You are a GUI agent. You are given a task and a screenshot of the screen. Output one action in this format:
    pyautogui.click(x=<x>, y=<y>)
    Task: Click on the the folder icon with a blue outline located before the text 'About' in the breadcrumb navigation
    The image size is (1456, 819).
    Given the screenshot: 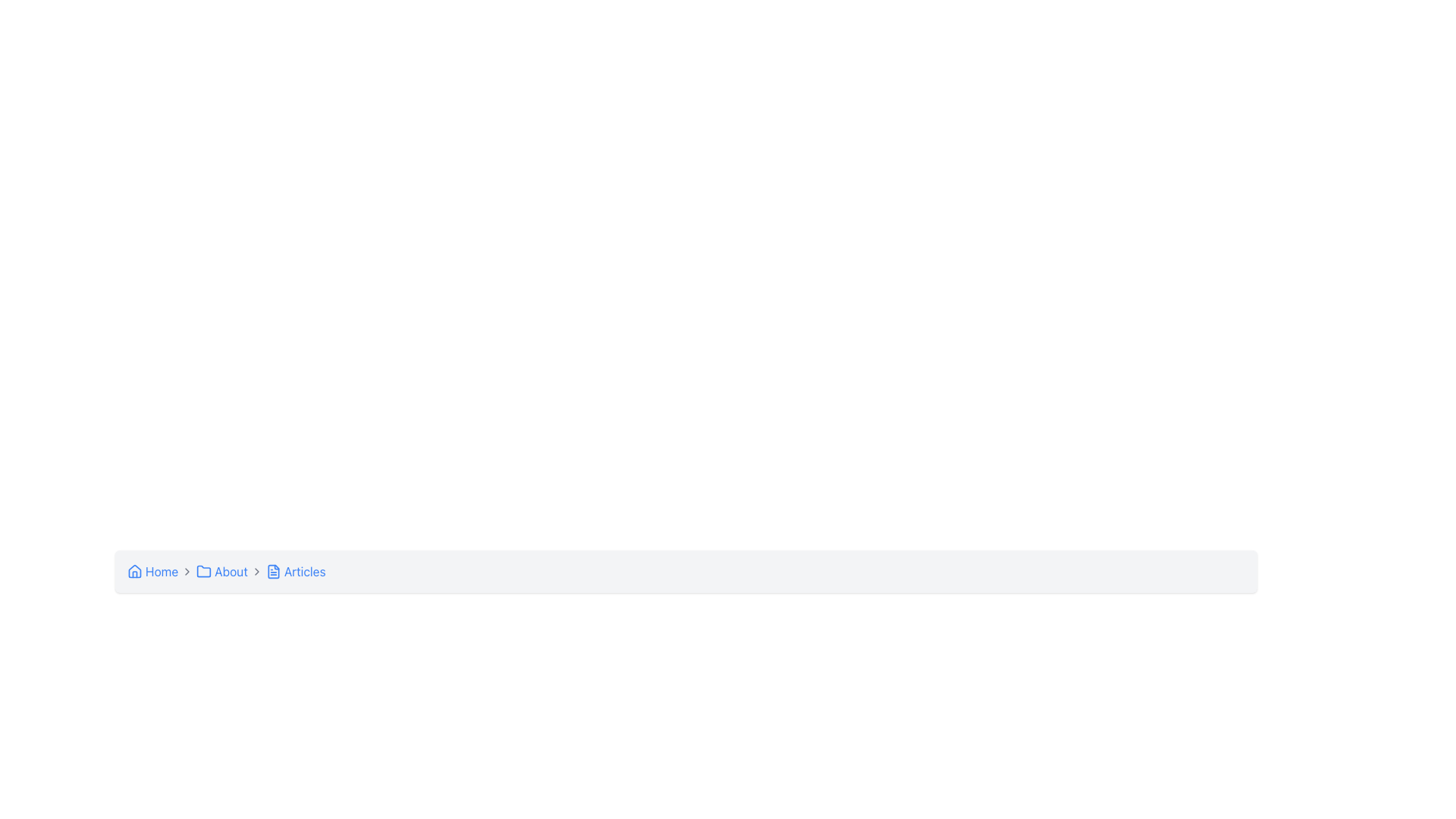 What is the action you would take?
    pyautogui.click(x=203, y=571)
    